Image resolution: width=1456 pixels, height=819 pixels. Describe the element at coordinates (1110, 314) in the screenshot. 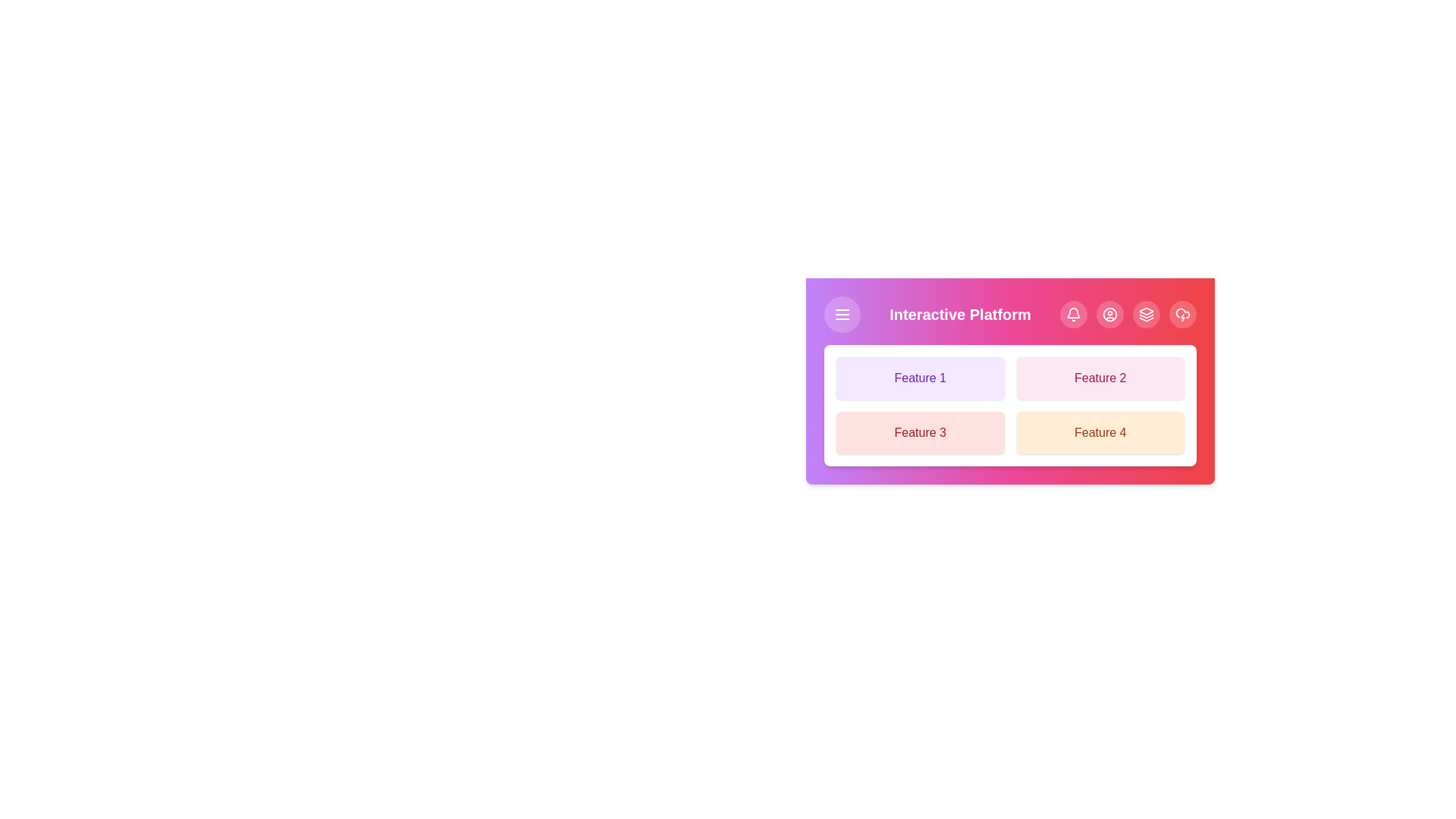

I see `the navigation button UserCircle` at that location.